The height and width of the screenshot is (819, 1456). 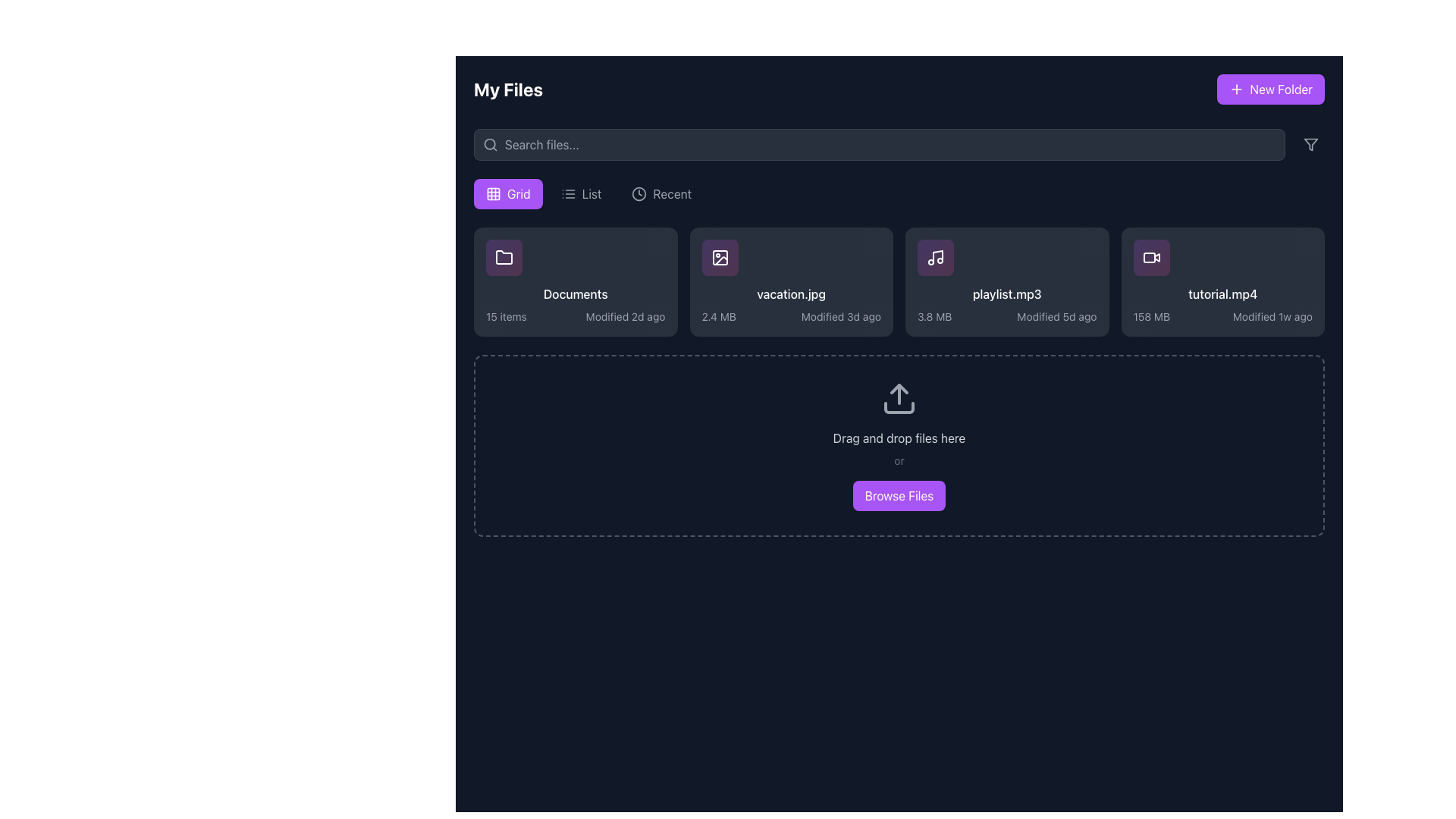 What do you see at coordinates (1185, 281) in the screenshot?
I see `the download icon button, which is a white downward arrow with a line beneath it, located in the top-right corner of the video card for 'tutorial.mp4', to initiate the download process` at bounding box center [1185, 281].